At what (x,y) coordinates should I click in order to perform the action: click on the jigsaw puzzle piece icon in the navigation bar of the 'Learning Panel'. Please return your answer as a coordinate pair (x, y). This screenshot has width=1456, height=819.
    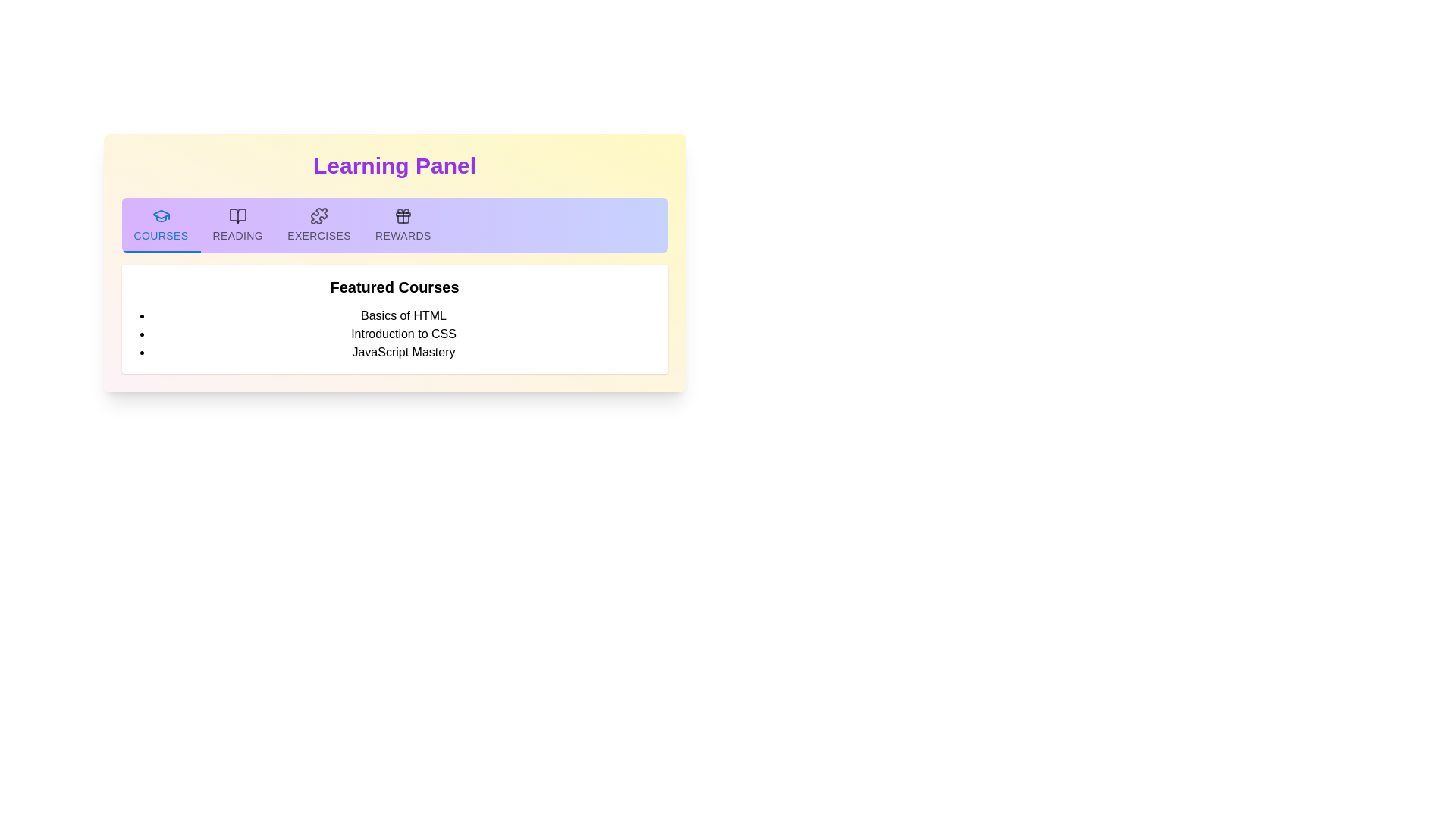
    Looking at the image, I should click on (318, 216).